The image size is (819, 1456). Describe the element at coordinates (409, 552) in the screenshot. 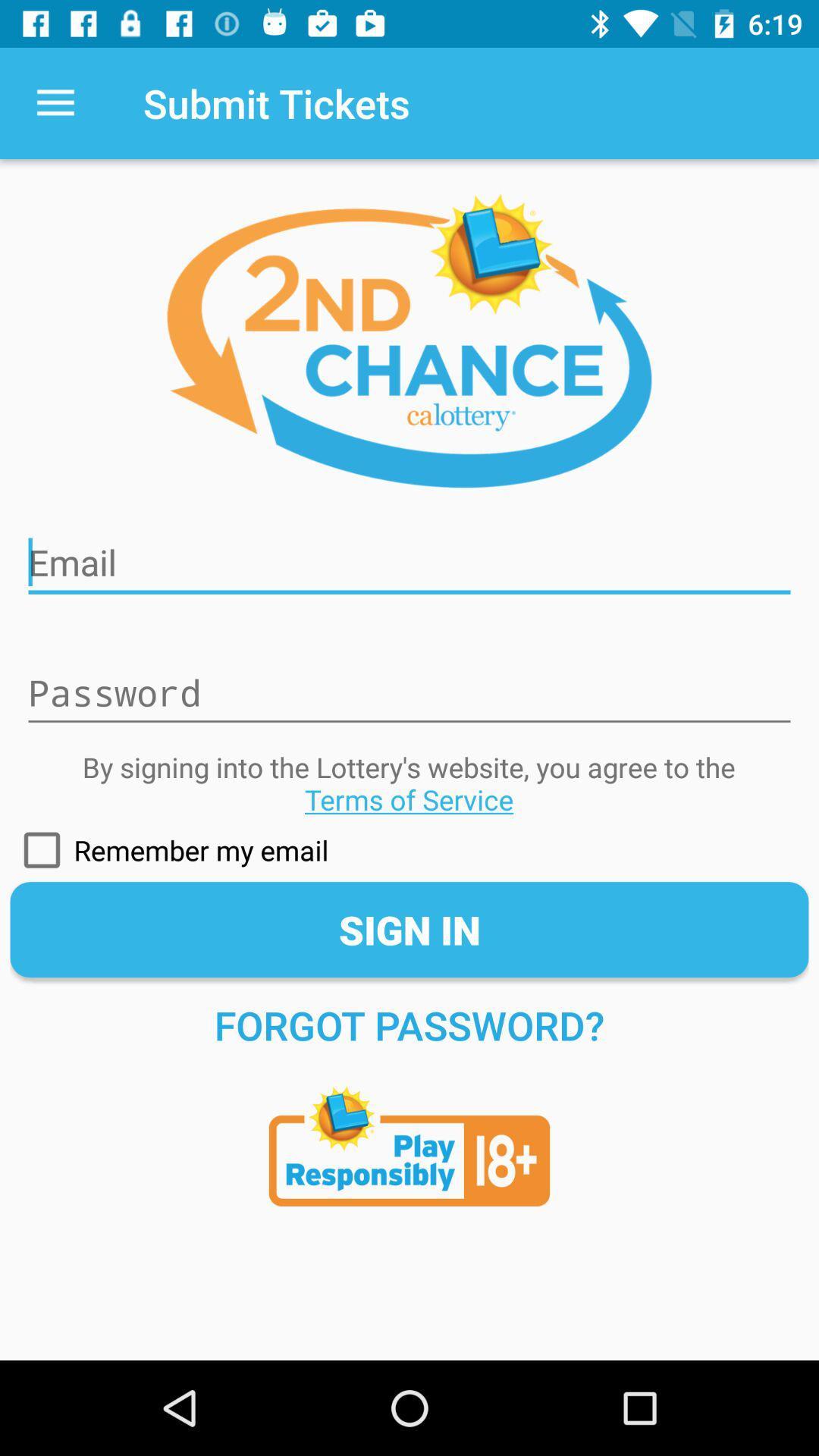

I see `email` at that location.